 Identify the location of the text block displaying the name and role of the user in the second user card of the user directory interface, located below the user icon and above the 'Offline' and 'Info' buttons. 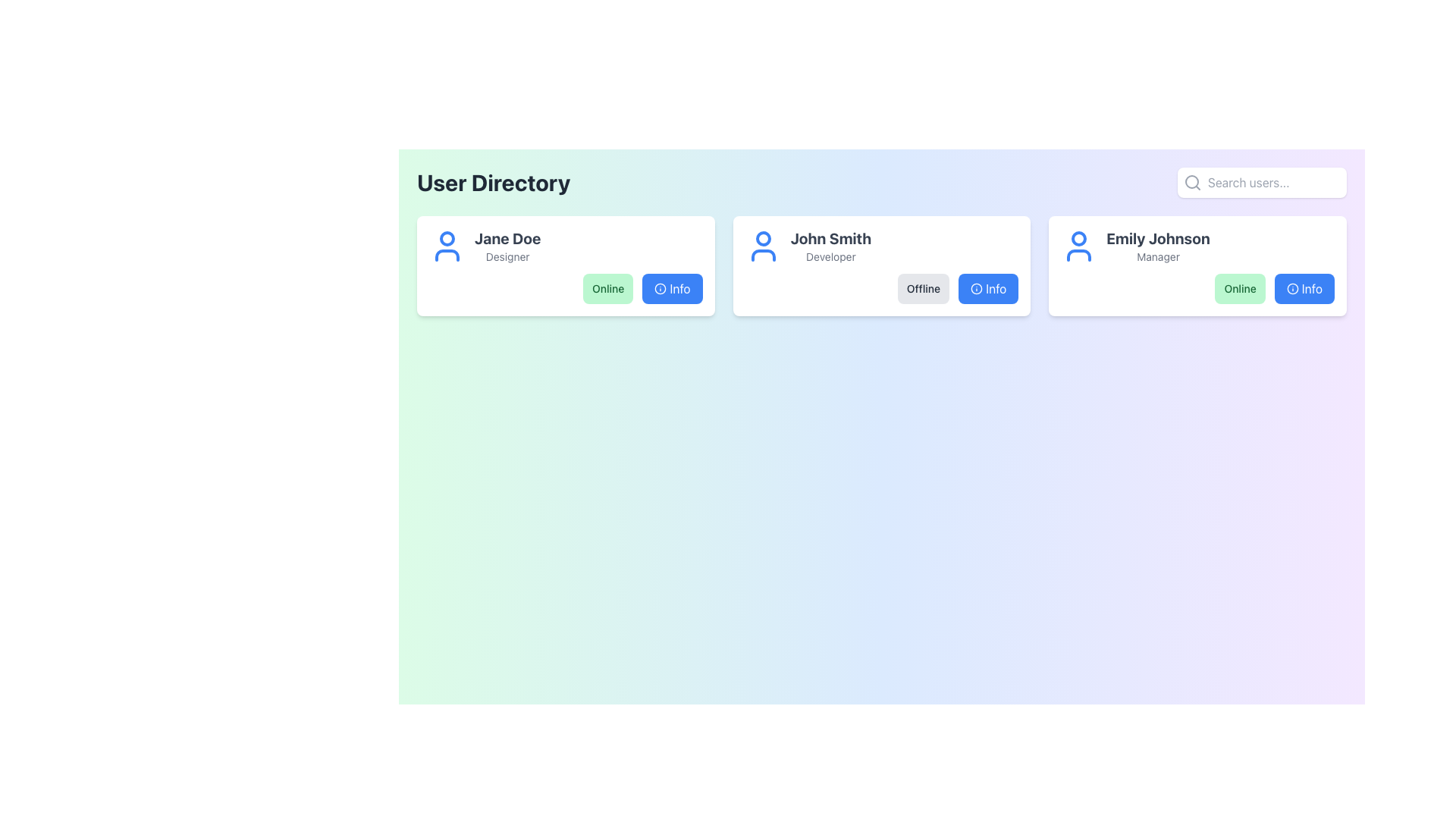
(830, 245).